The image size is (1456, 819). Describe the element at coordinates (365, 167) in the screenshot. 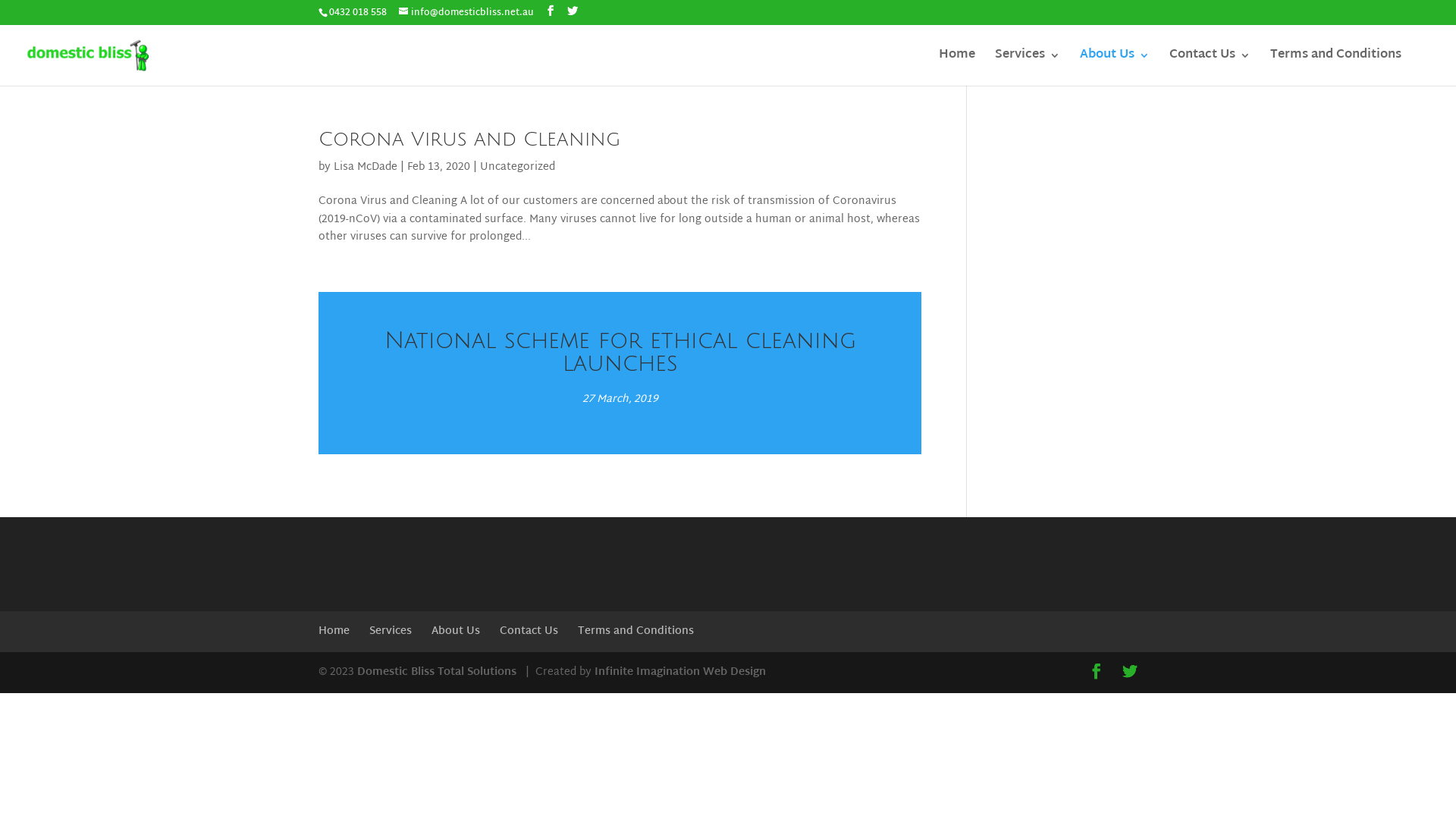

I see `'Lisa McDade'` at that location.